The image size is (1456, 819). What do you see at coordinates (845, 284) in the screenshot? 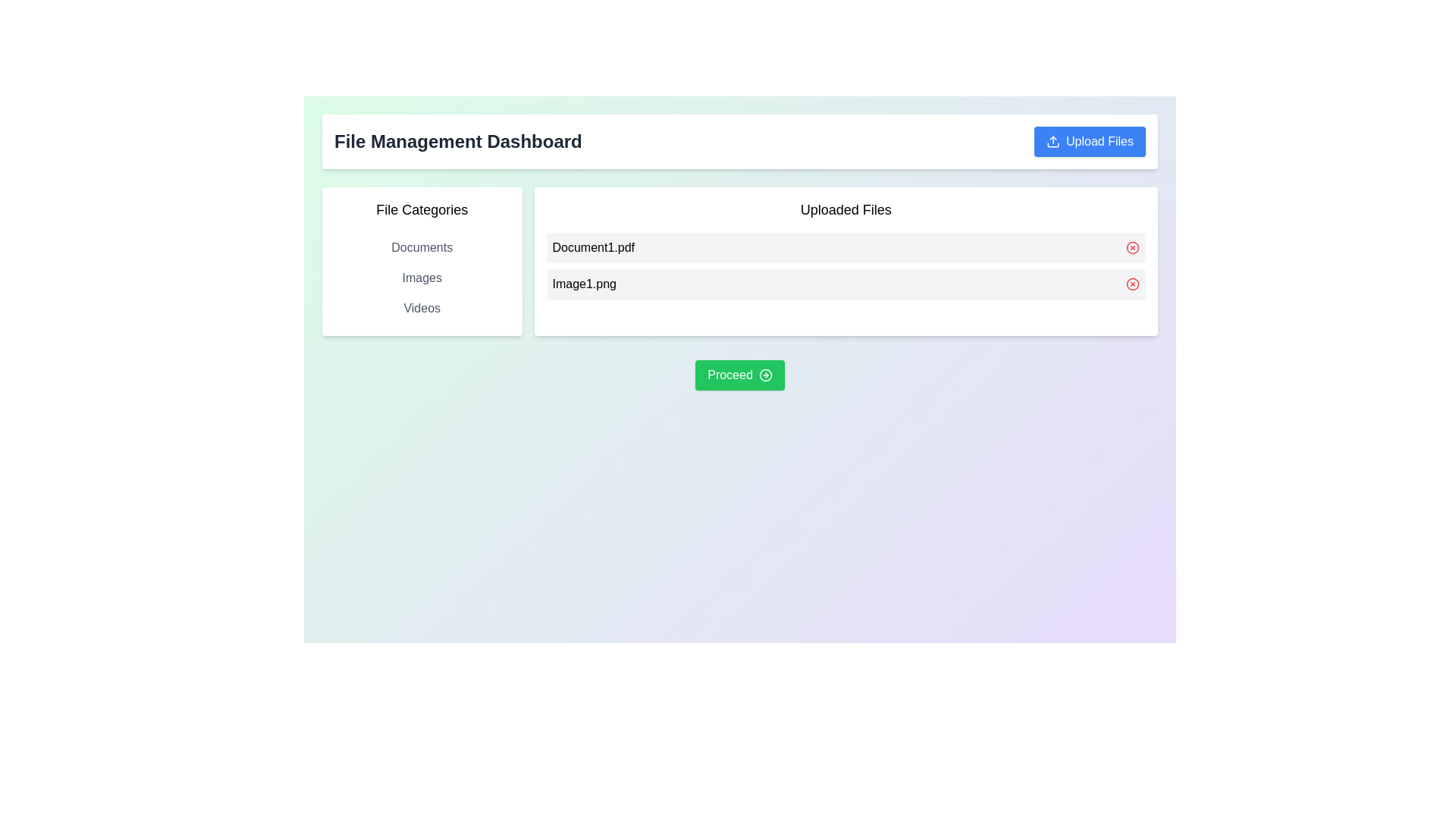
I see `the list item representing the uploaded file 'Image1.png'` at bounding box center [845, 284].